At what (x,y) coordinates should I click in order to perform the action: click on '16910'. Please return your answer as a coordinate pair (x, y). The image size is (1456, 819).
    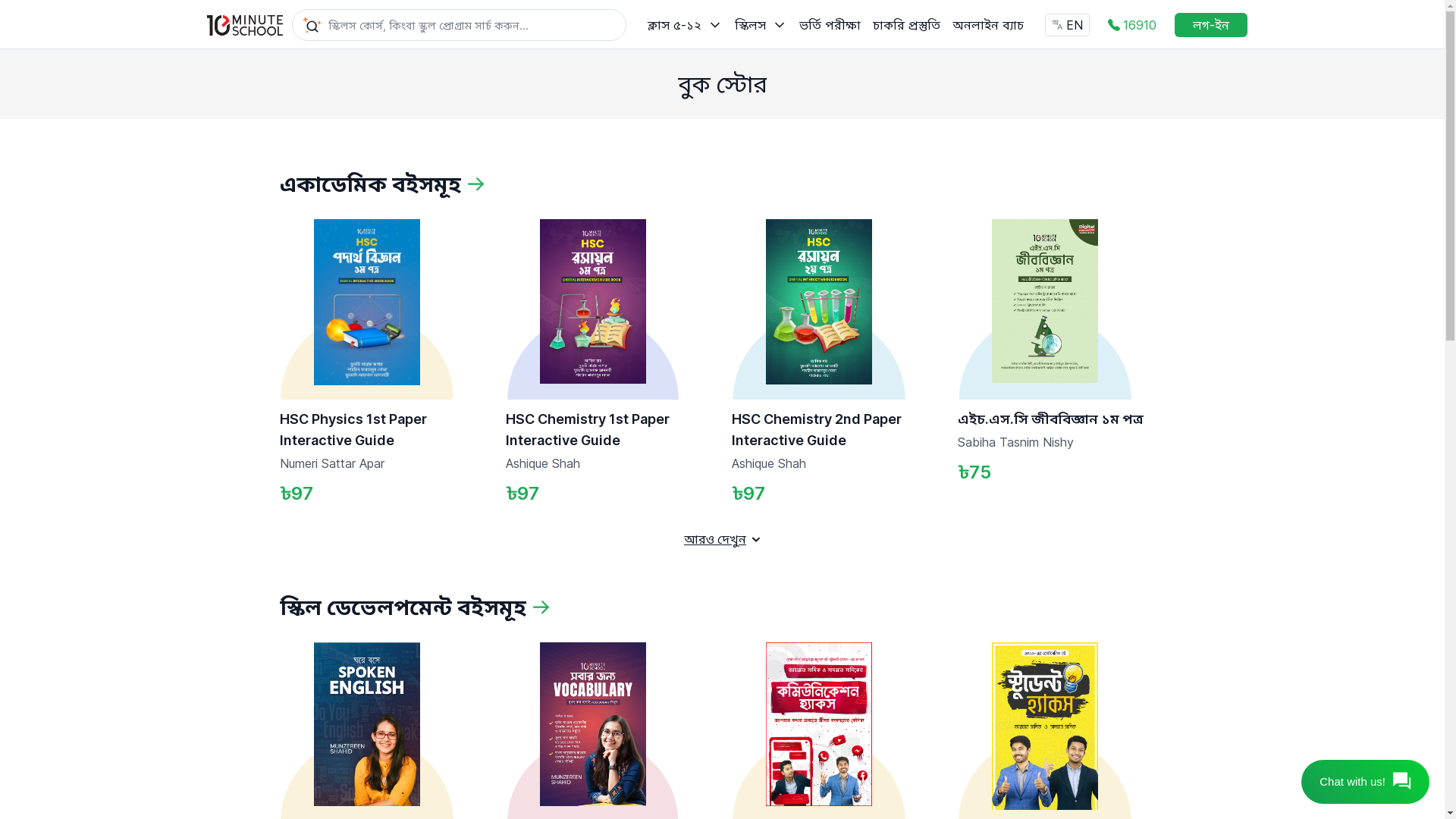
    Looking at the image, I should click on (1131, 25).